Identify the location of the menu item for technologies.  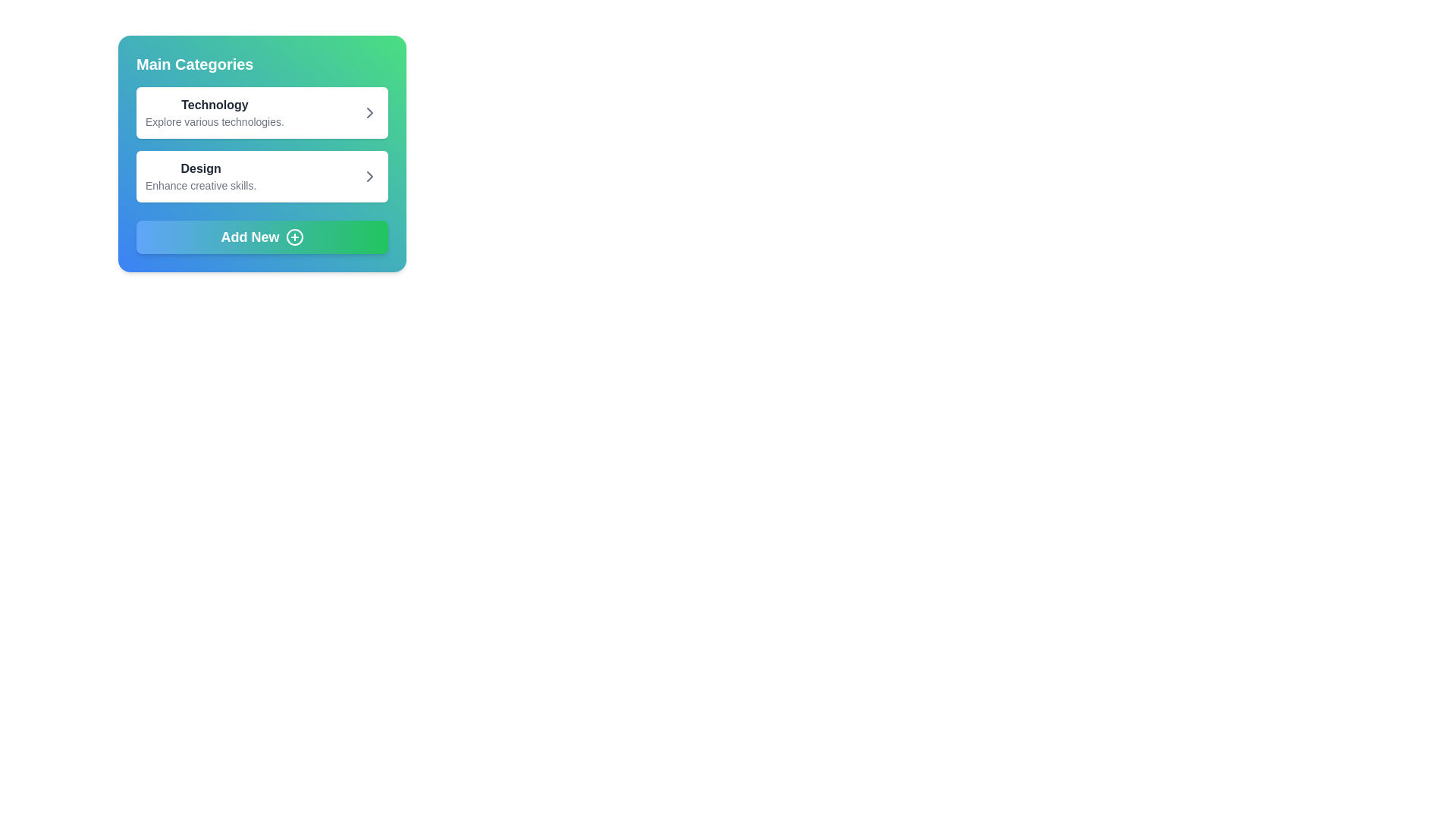
(262, 112).